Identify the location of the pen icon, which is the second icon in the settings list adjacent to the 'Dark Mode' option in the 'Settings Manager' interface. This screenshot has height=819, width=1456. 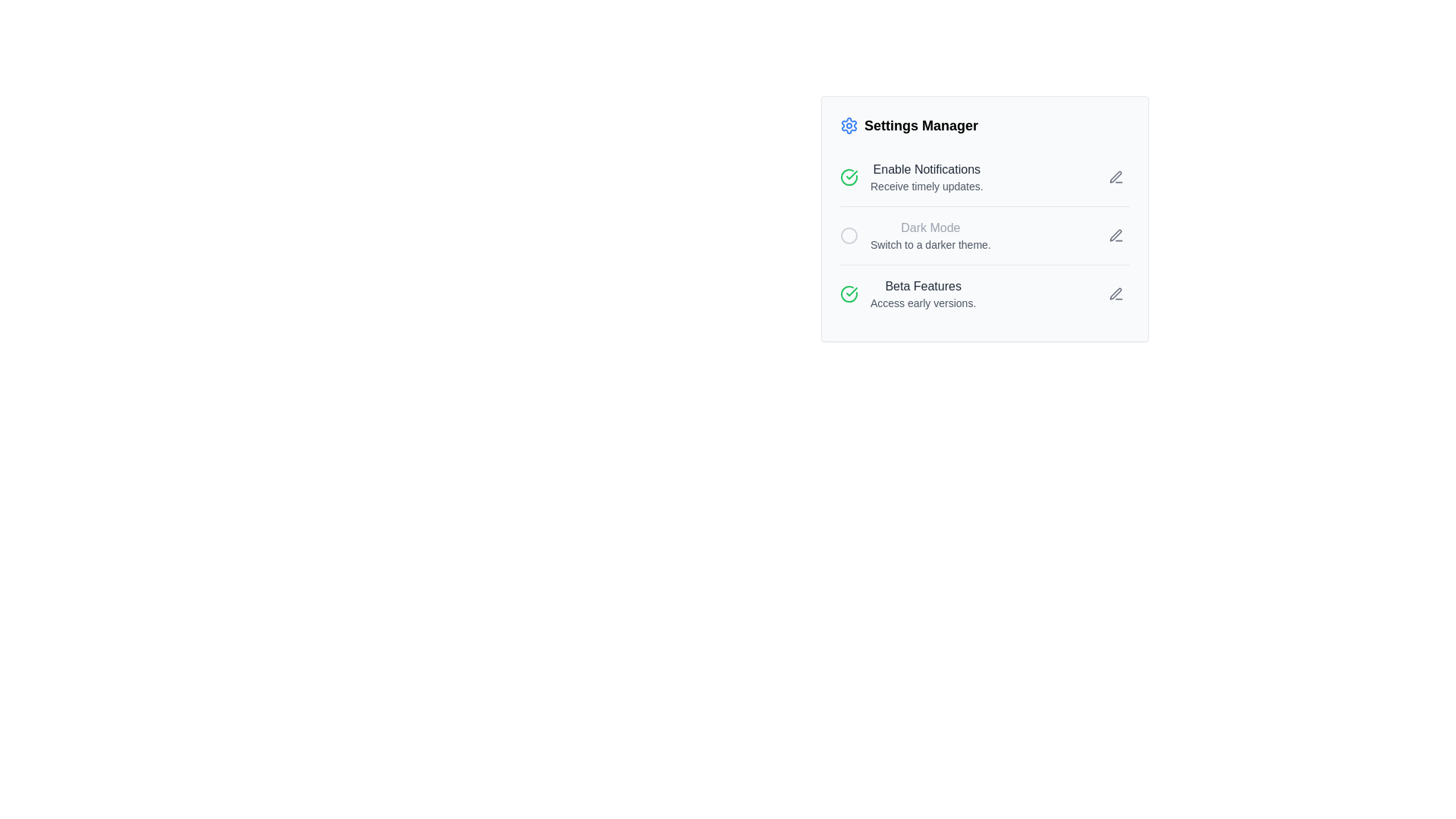
(1116, 236).